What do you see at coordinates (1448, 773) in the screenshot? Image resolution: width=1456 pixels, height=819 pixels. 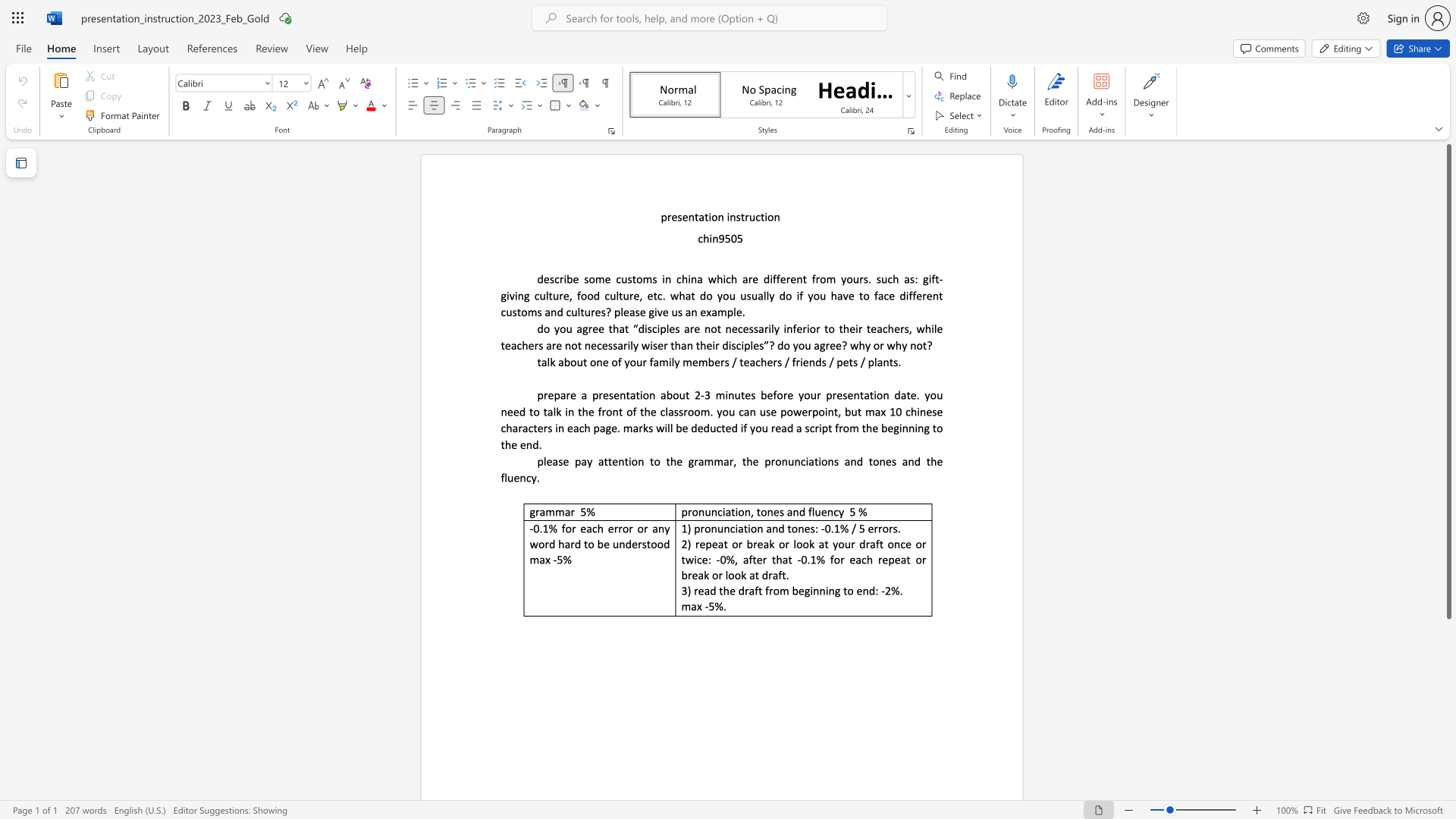 I see `the scrollbar to adjust the page downward` at bounding box center [1448, 773].